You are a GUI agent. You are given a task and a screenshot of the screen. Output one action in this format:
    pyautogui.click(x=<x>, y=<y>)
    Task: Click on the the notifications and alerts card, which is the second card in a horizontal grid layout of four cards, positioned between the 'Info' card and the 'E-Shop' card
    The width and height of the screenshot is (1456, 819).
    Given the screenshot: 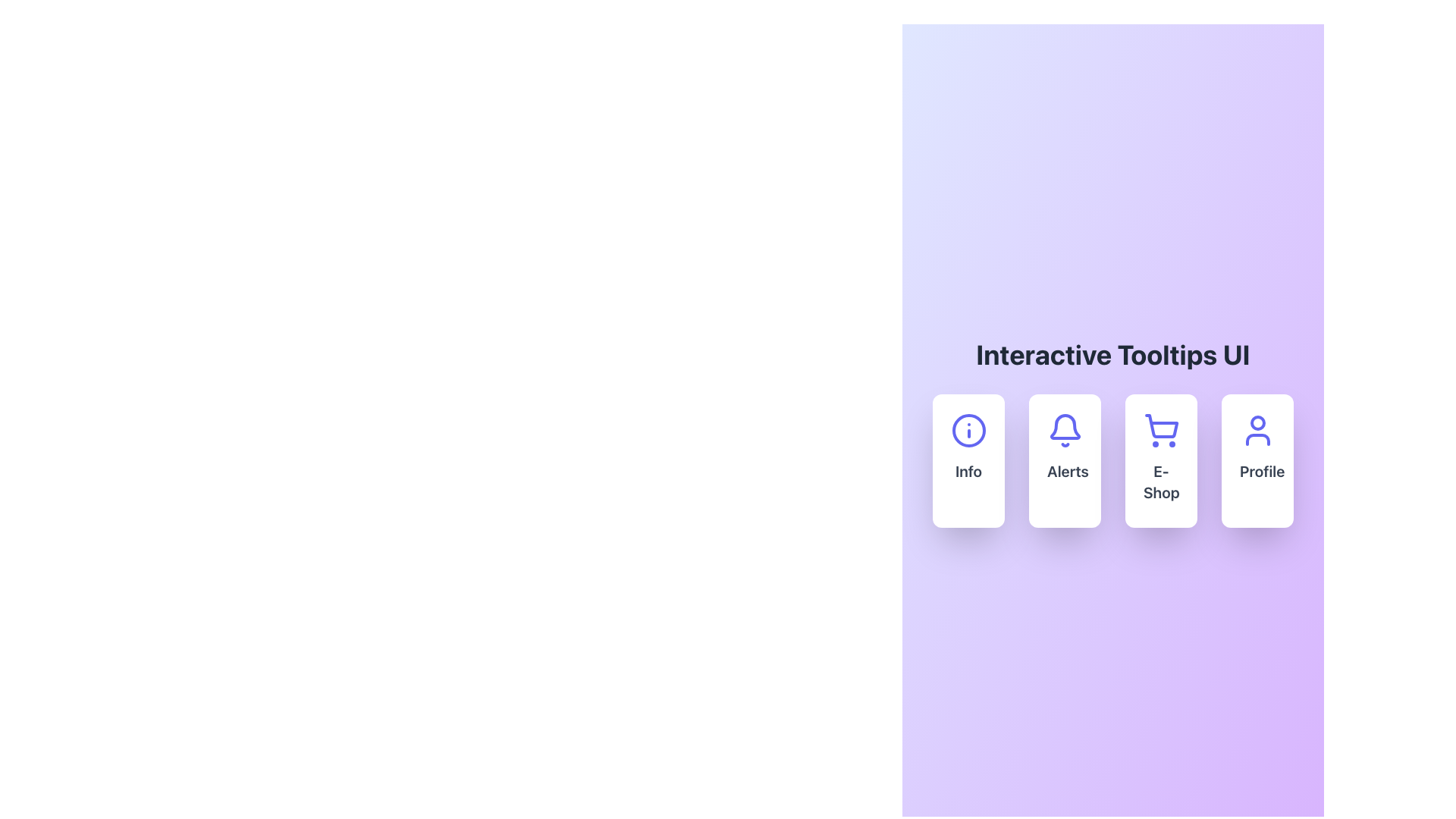 What is the action you would take?
    pyautogui.click(x=1064, y=460)
    